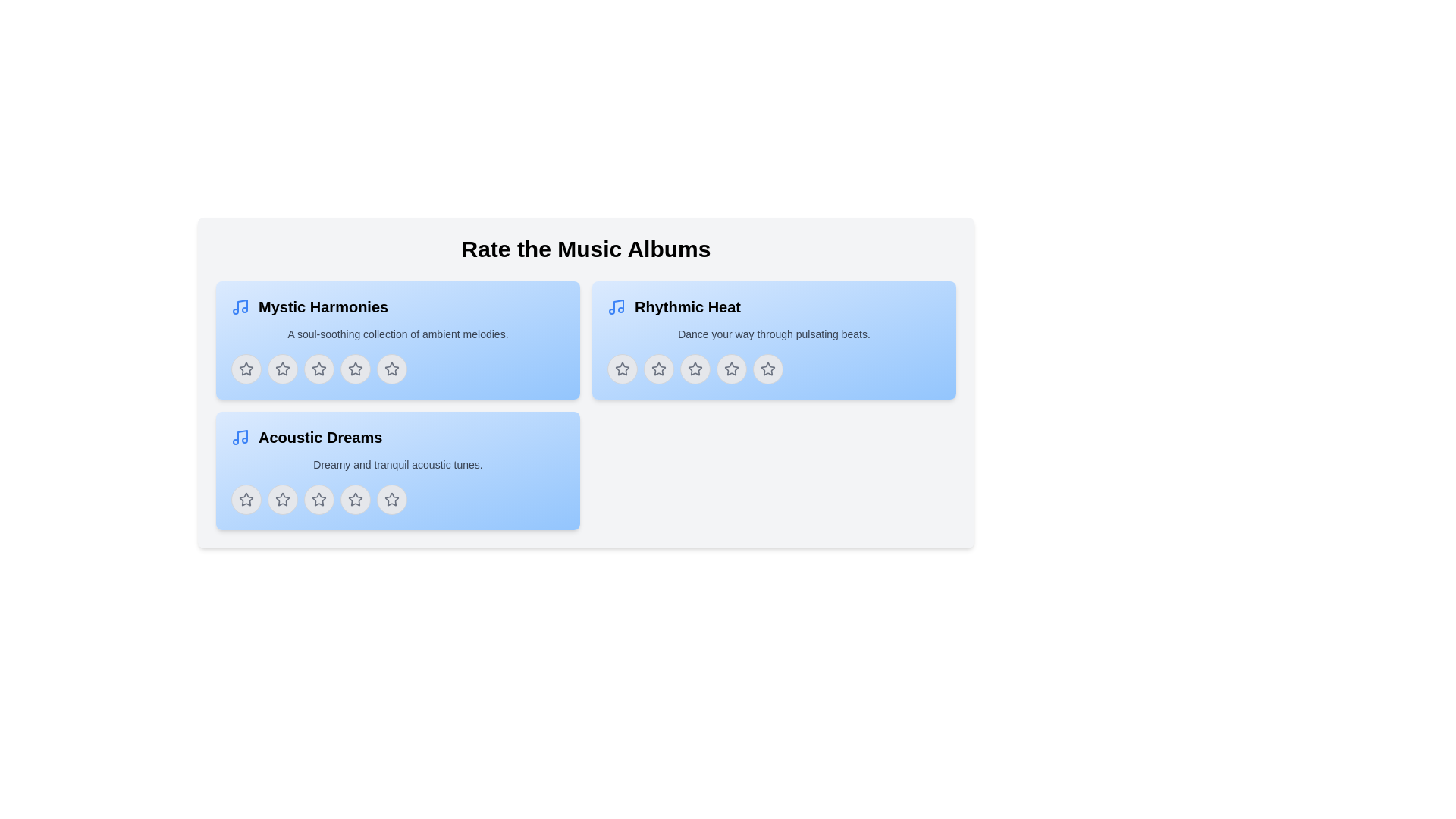 The image size is (1456, 819). What do you see at coordinates (397, 500) in the screenshot?
I see `the fourth star in the interactive star rating component located at the bottom of the 'Acoustic Dreams' card to register a rating` at bounding box center [397, 500].